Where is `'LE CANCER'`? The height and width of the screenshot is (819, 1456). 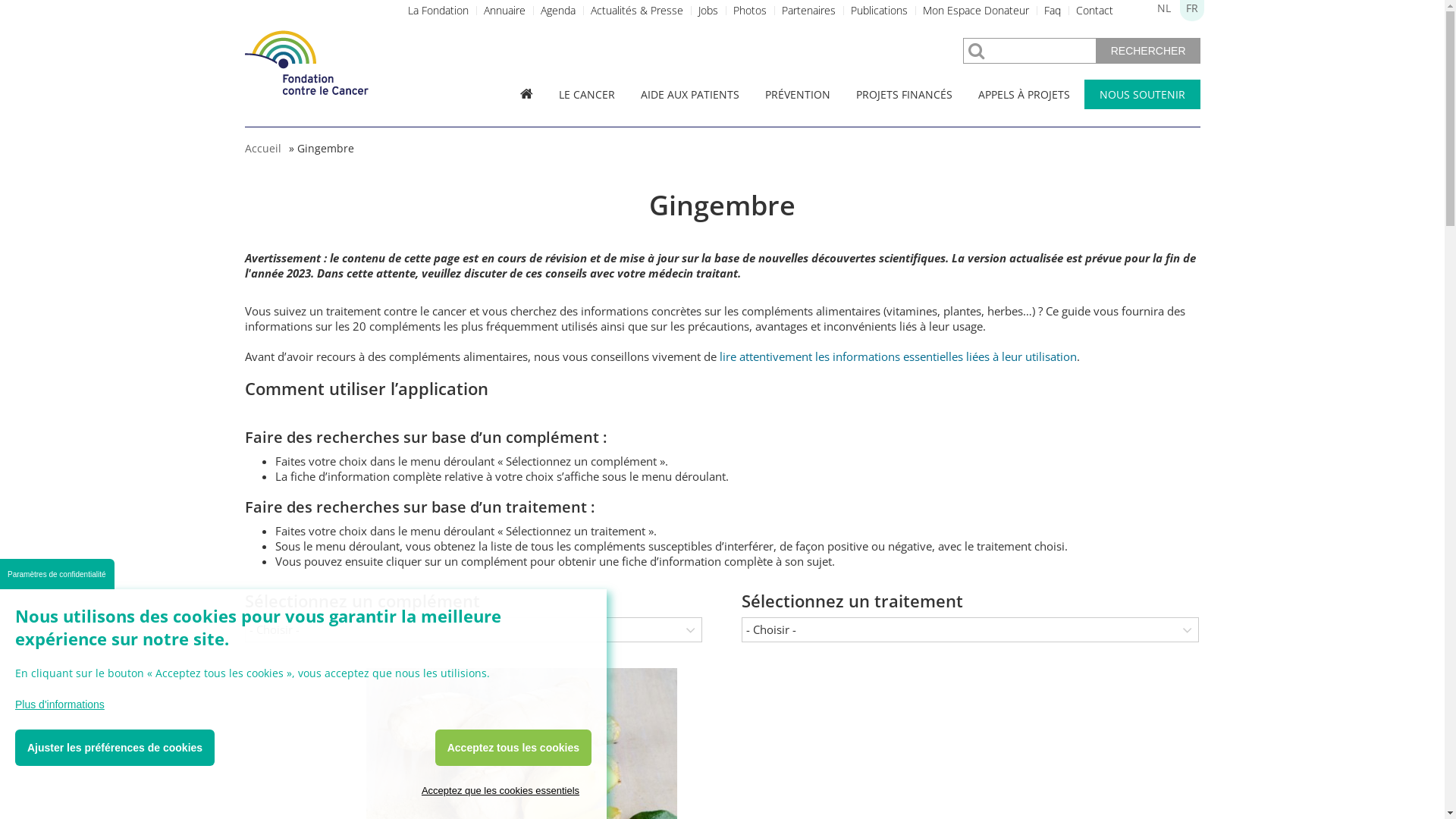
'LE CANCER' is located at coordinates (585, 94).